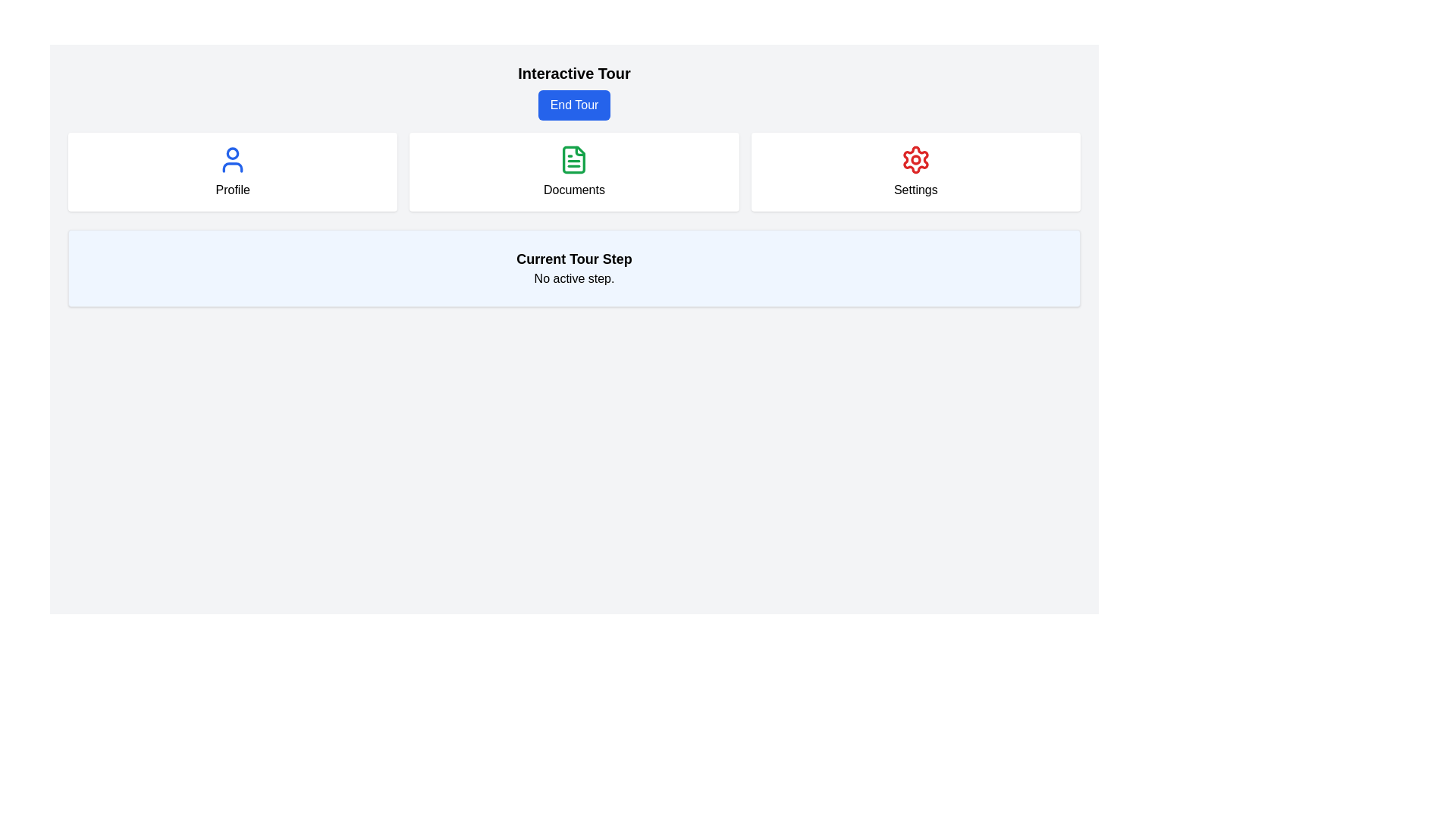  What do you see at coordinates (915, 189) in the screenshot?
I see `the non-interactive text label indicating the purpose of the 'Settings' section, which is positioned below the gear icon and adjacent to other similar containers` at bounding box center [915, 189].